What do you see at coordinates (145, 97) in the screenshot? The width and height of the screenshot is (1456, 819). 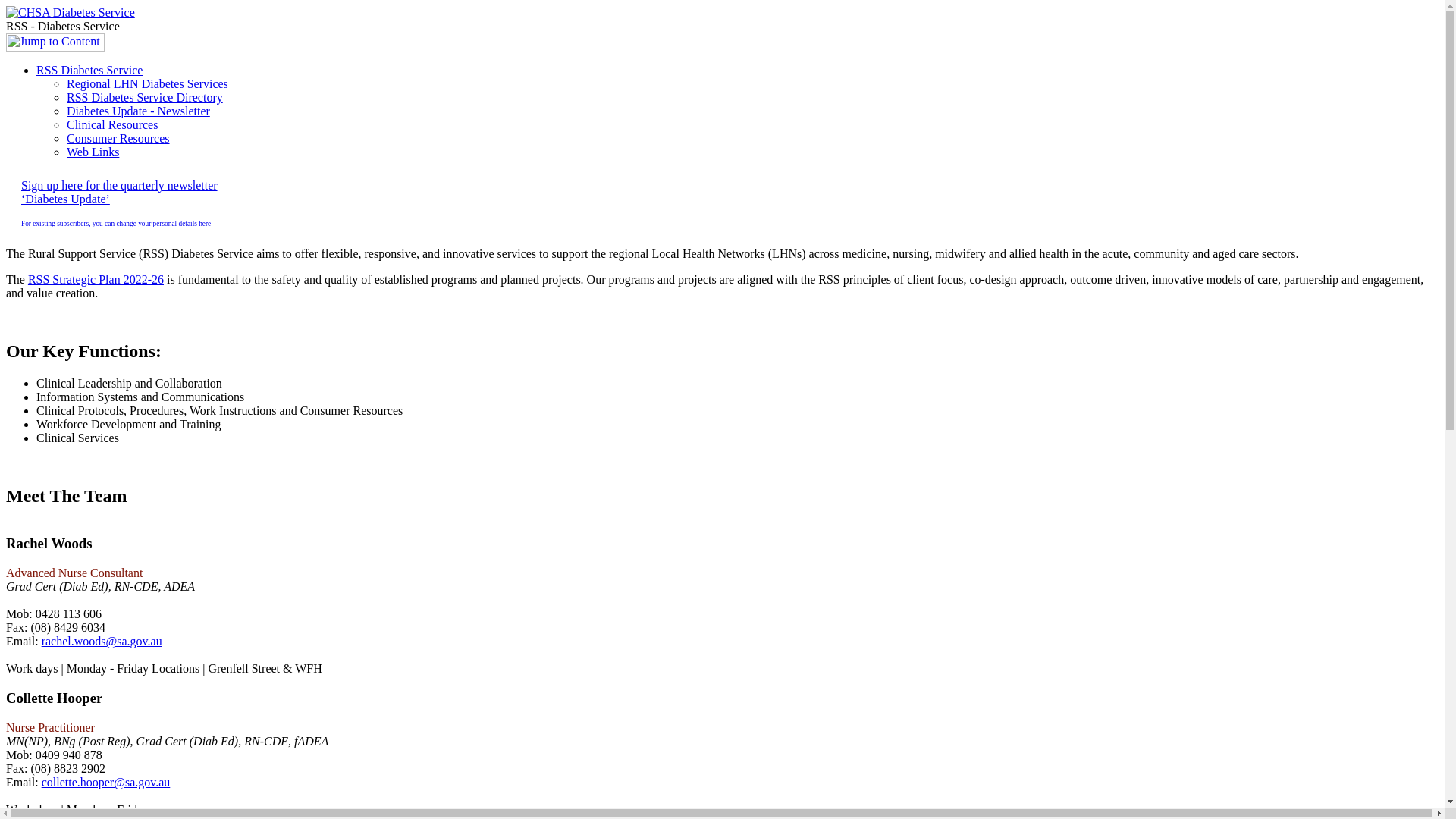 I see `'RSS Diabetes Service Directory'` at bounding box center [145, 97].